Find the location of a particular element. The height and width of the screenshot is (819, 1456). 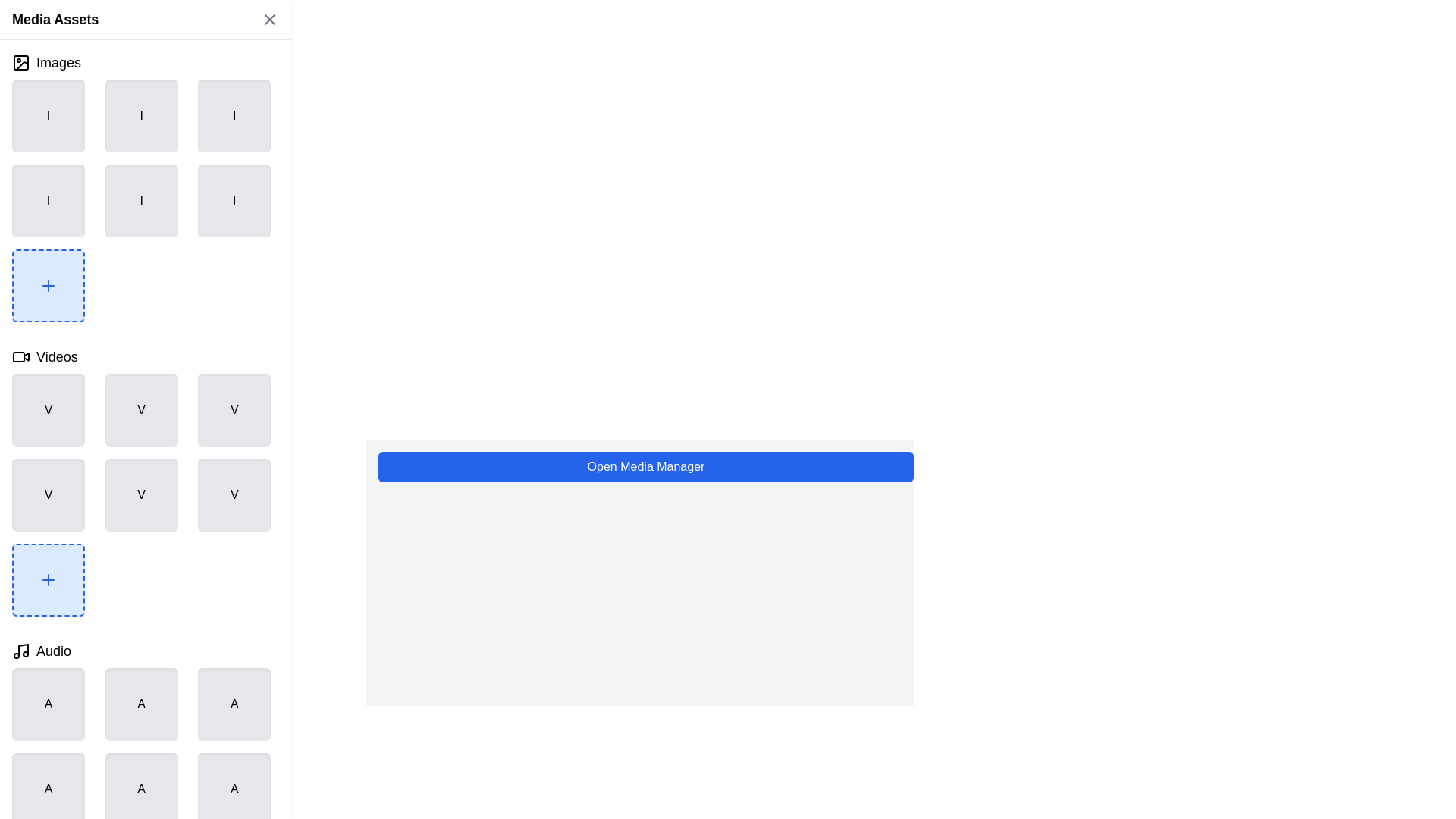

the navigation button located at the top-left section of the 'Media Assets' panel is located at coordinates (46, 62).